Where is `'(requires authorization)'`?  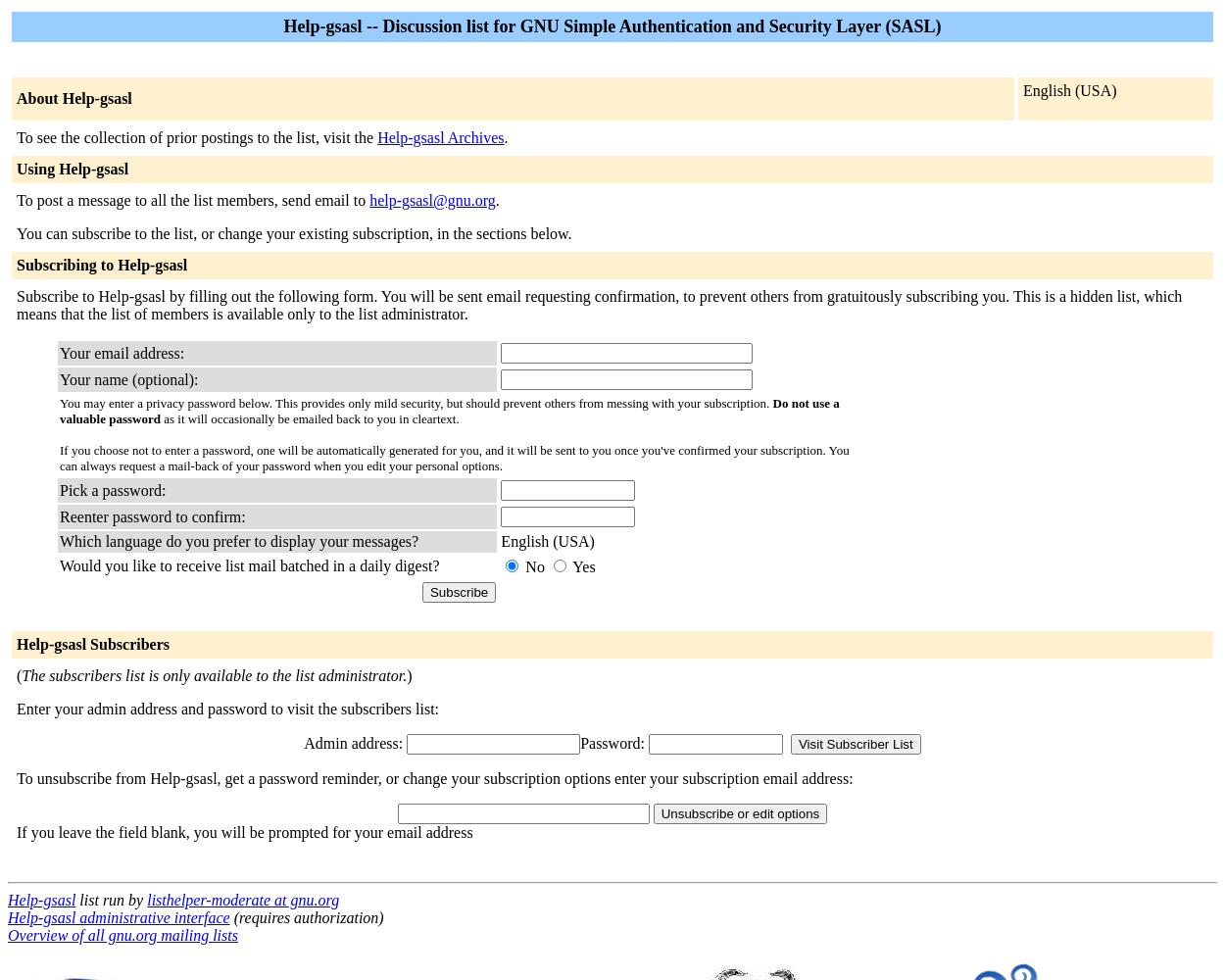
'(requires authorization)' is located at coordinates (228, 917).